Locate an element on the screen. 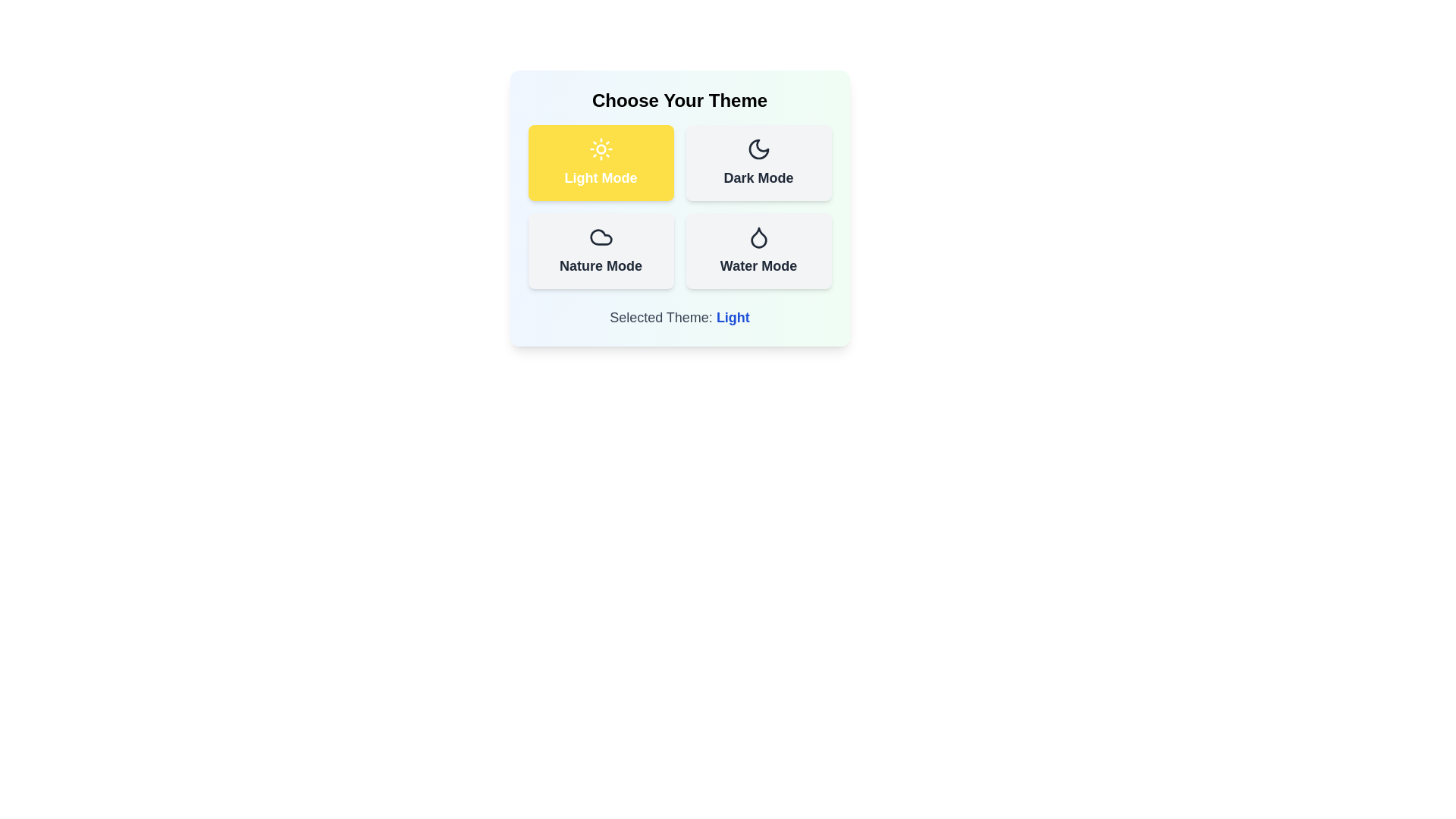 Image resolution: width=1456 pixels, height=819 pixels. the theme by clicking on the corresponding button. The parameter Water Mode specifies the theme to select is located at coordinates (758, 250).